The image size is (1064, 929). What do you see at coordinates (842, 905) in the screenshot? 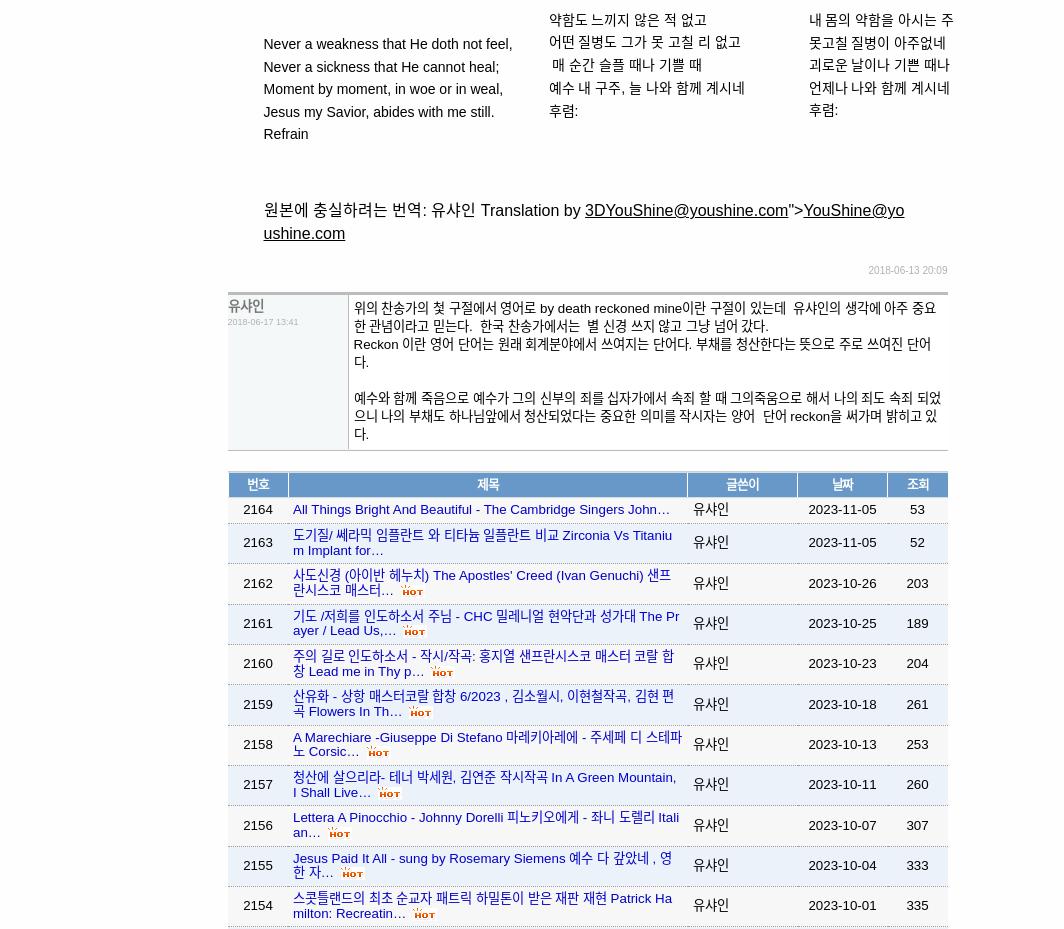
I see `'2023-10-01'` at bounding box center [842, 905].